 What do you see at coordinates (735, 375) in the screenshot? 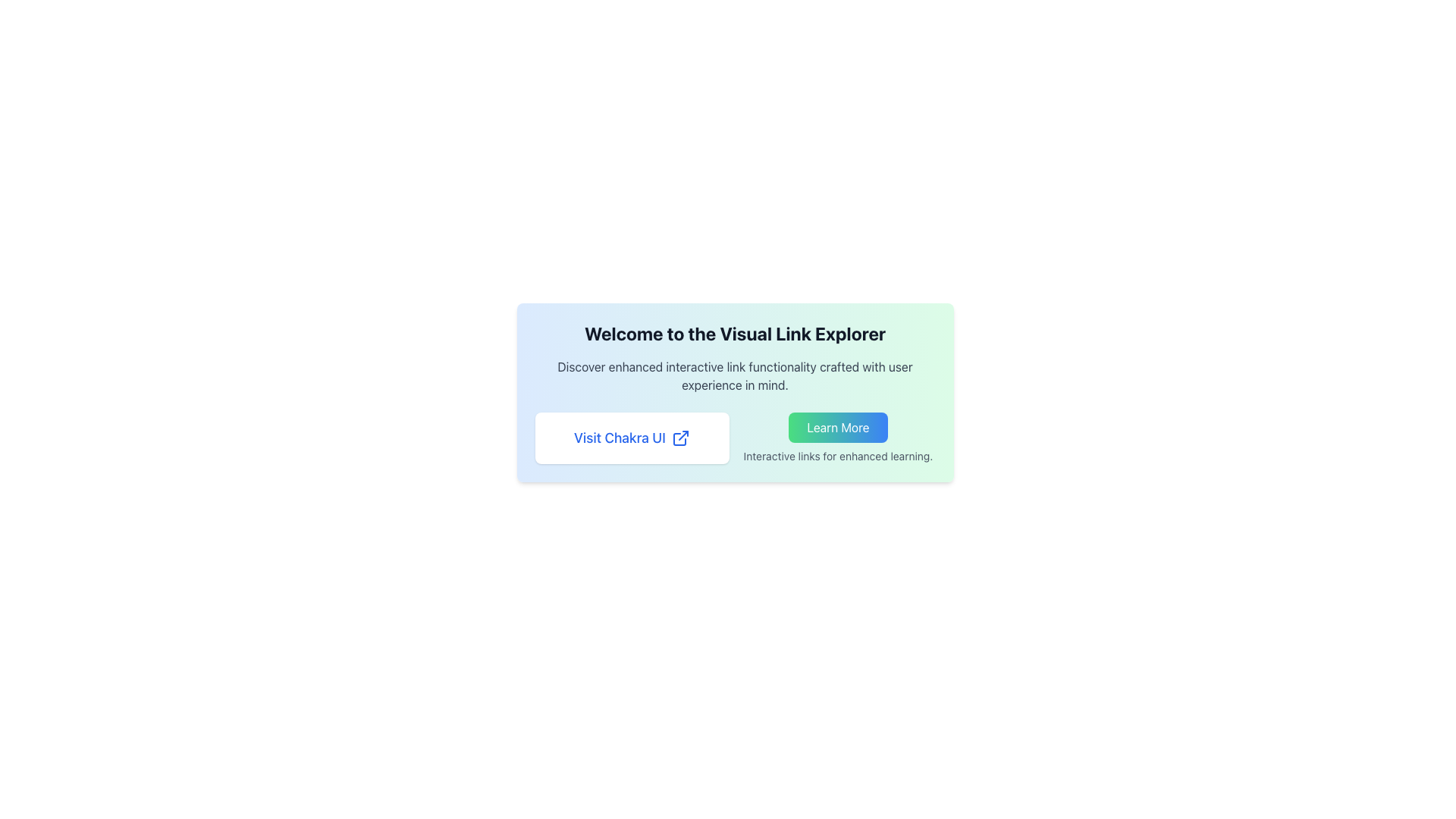
I see `the static text content element that displays 'Discover enhanced interactive link functionality crafted with user experience in mind.'` at bounding box center [735, 375].